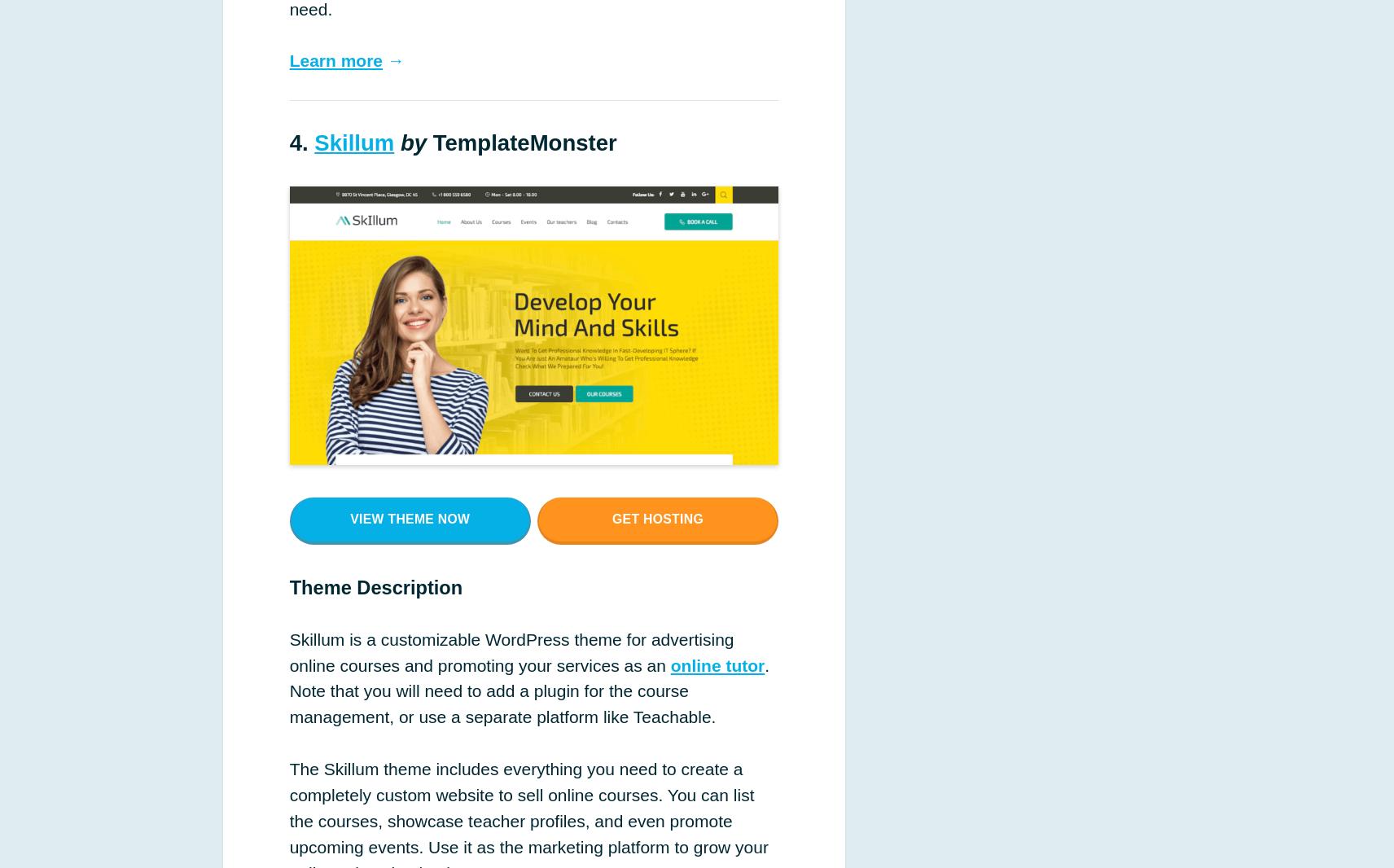  What do you see at coordinates (353, 142) in the screenshot?
I see `'Skillum'` at bounding box center [353, 142].